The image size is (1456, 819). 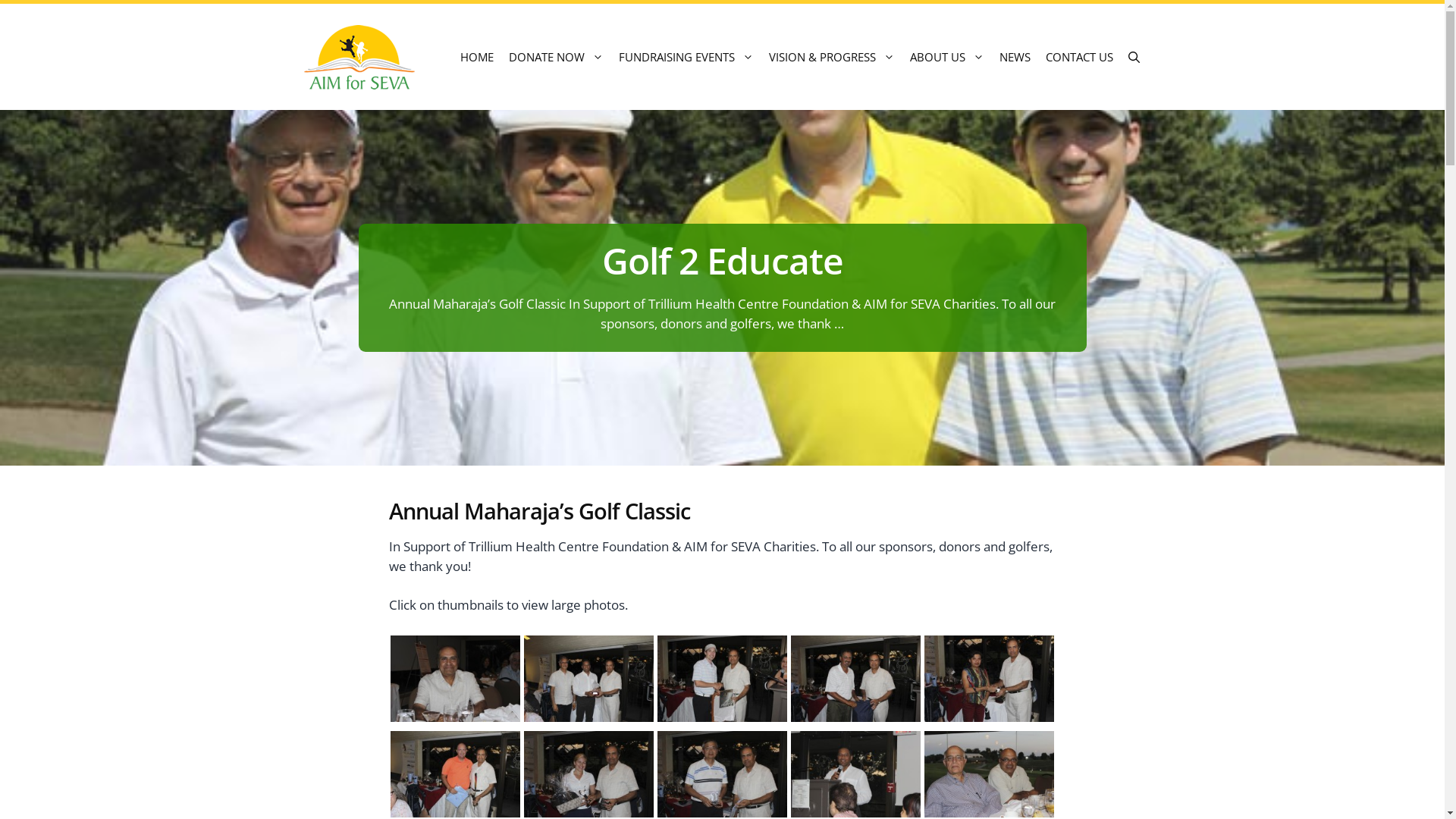 I want to click on 'CONTACT US', so click(x=1078, y=55).